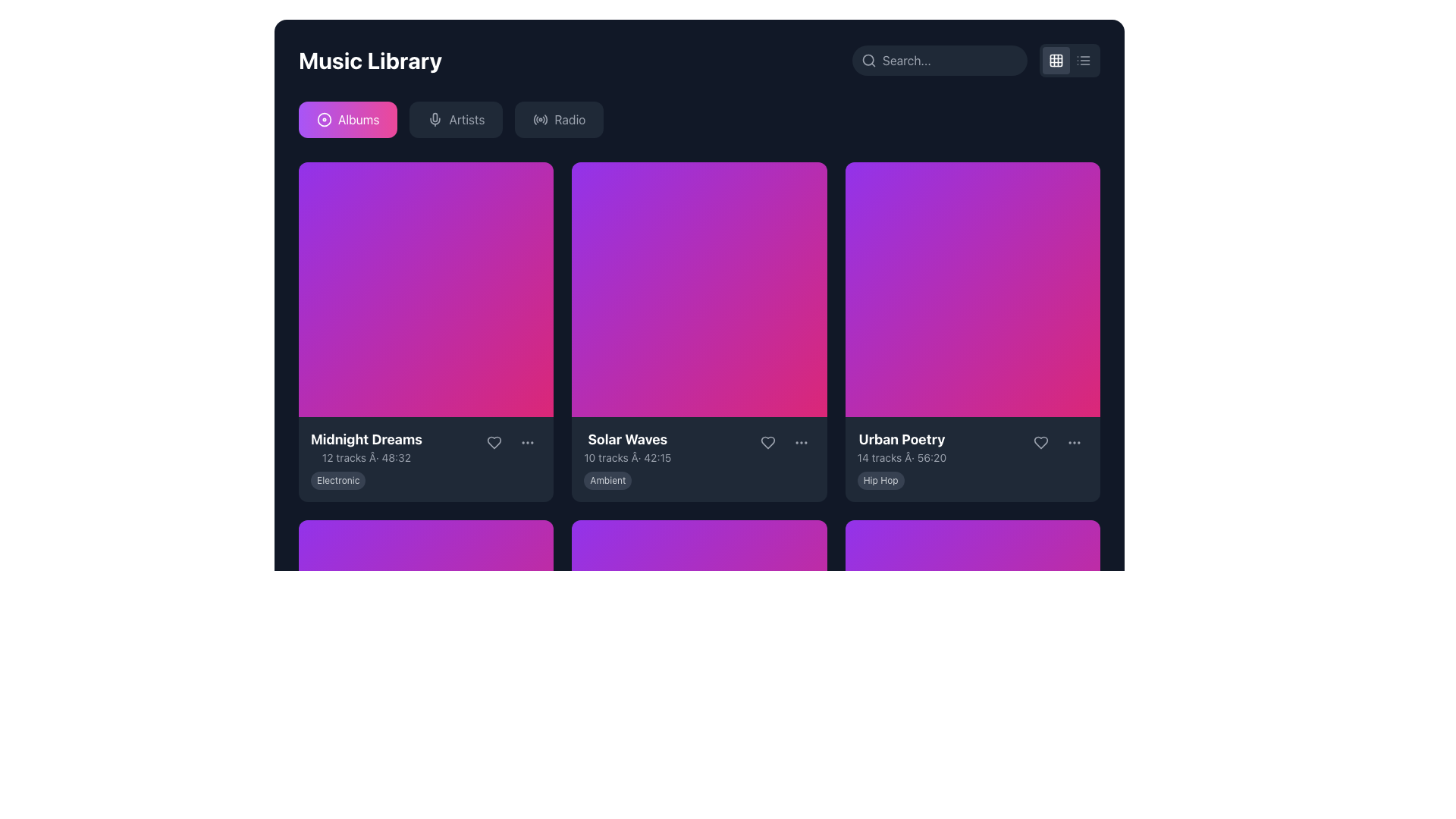 The height and width of the screenshot is (819, 1456). What do you see at coordinates (1083, 60) in the screenshot?
I see `the dark background button with a light-gray stroke icon resembling a list view layout, located at the top-right corner of the interface, adjacent` at bounding box center [1083, 60].